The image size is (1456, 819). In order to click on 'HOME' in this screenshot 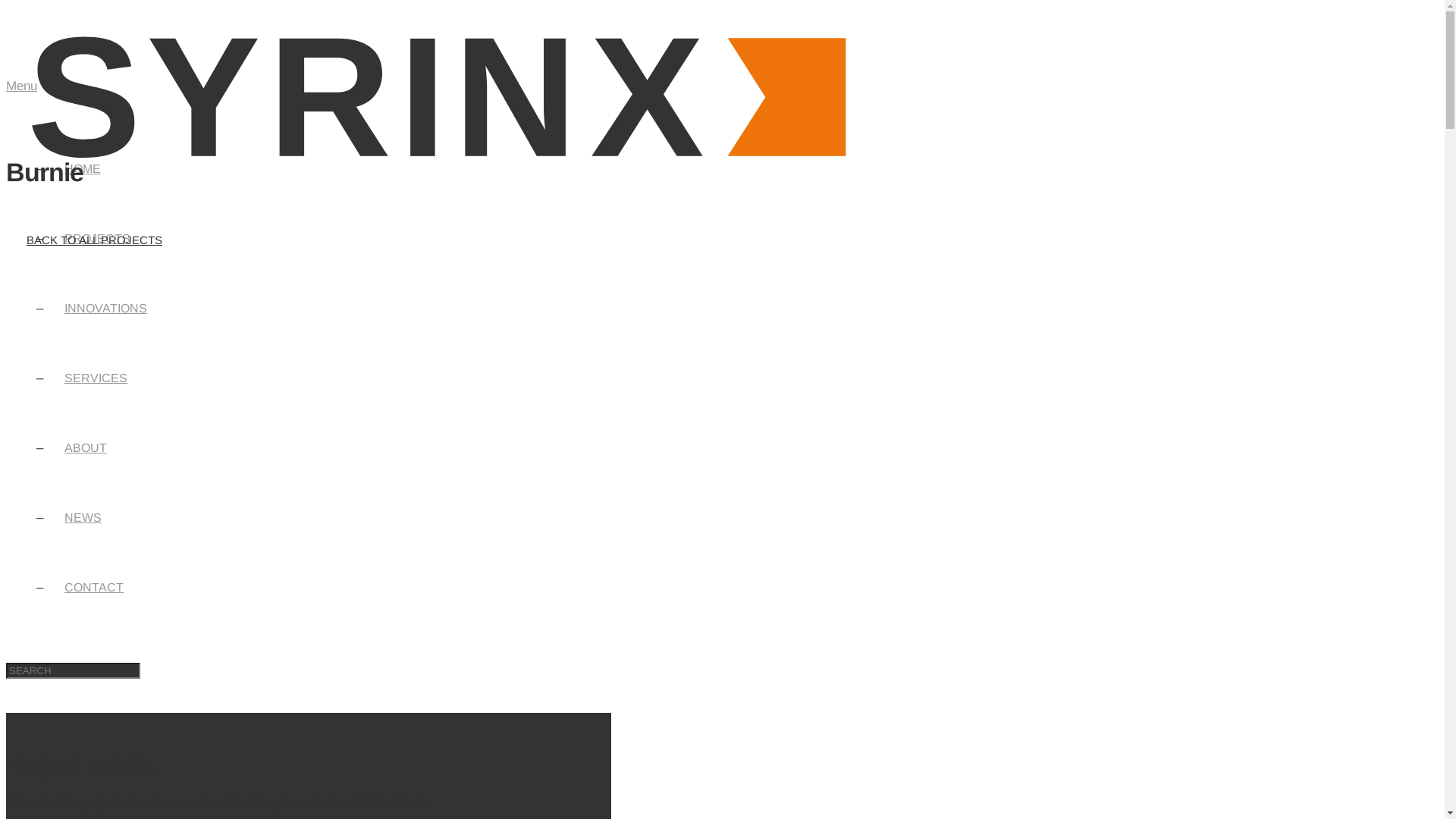, I will do `click(82, 168)`.